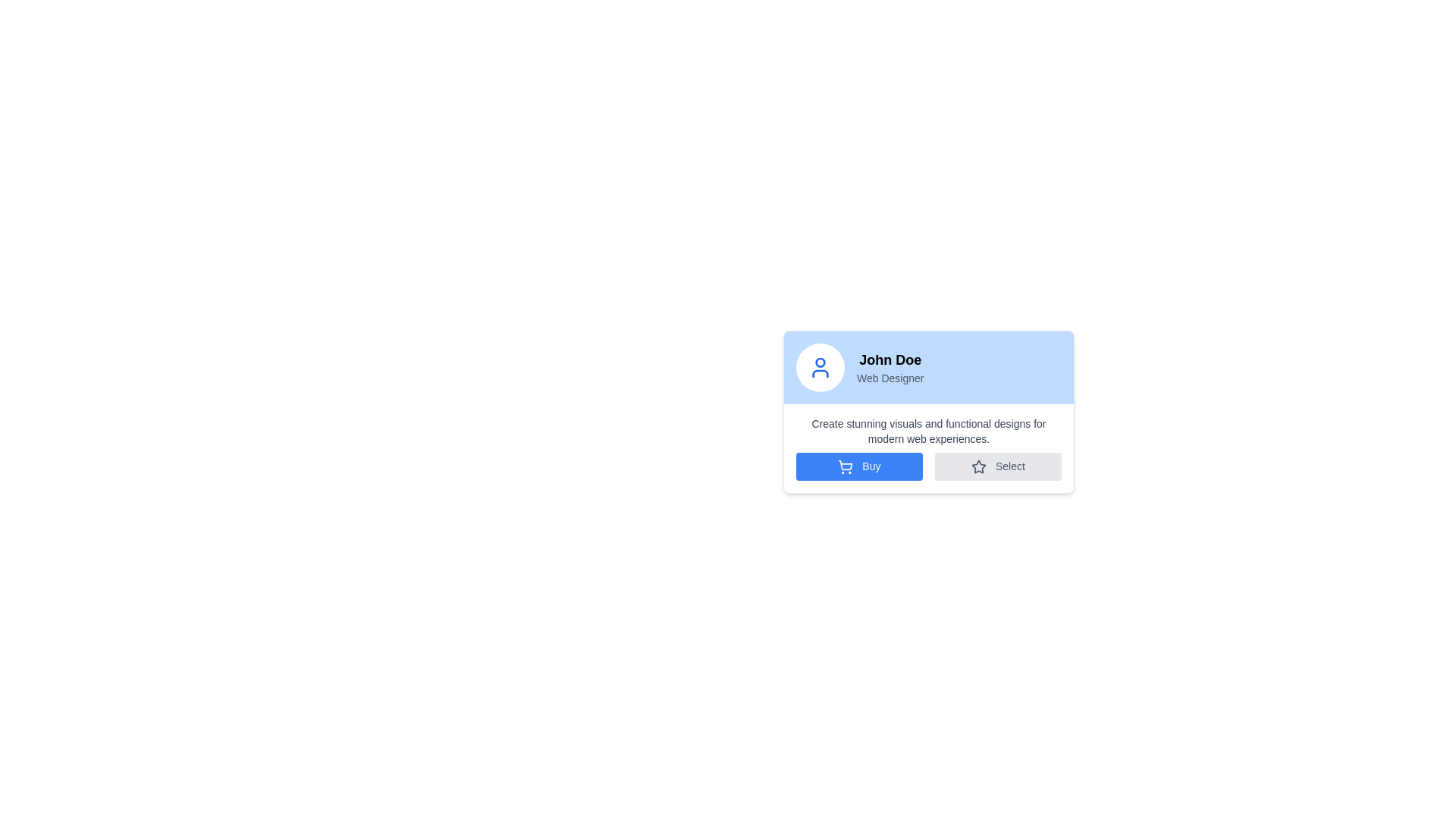 The image size is (1456, 819). Describe the element at coordinates (845, 466) in the screenshot. I see `shopping cart icon located within the blue 'Buy' button, which is positioned on the left side of the card's button group` at that location.